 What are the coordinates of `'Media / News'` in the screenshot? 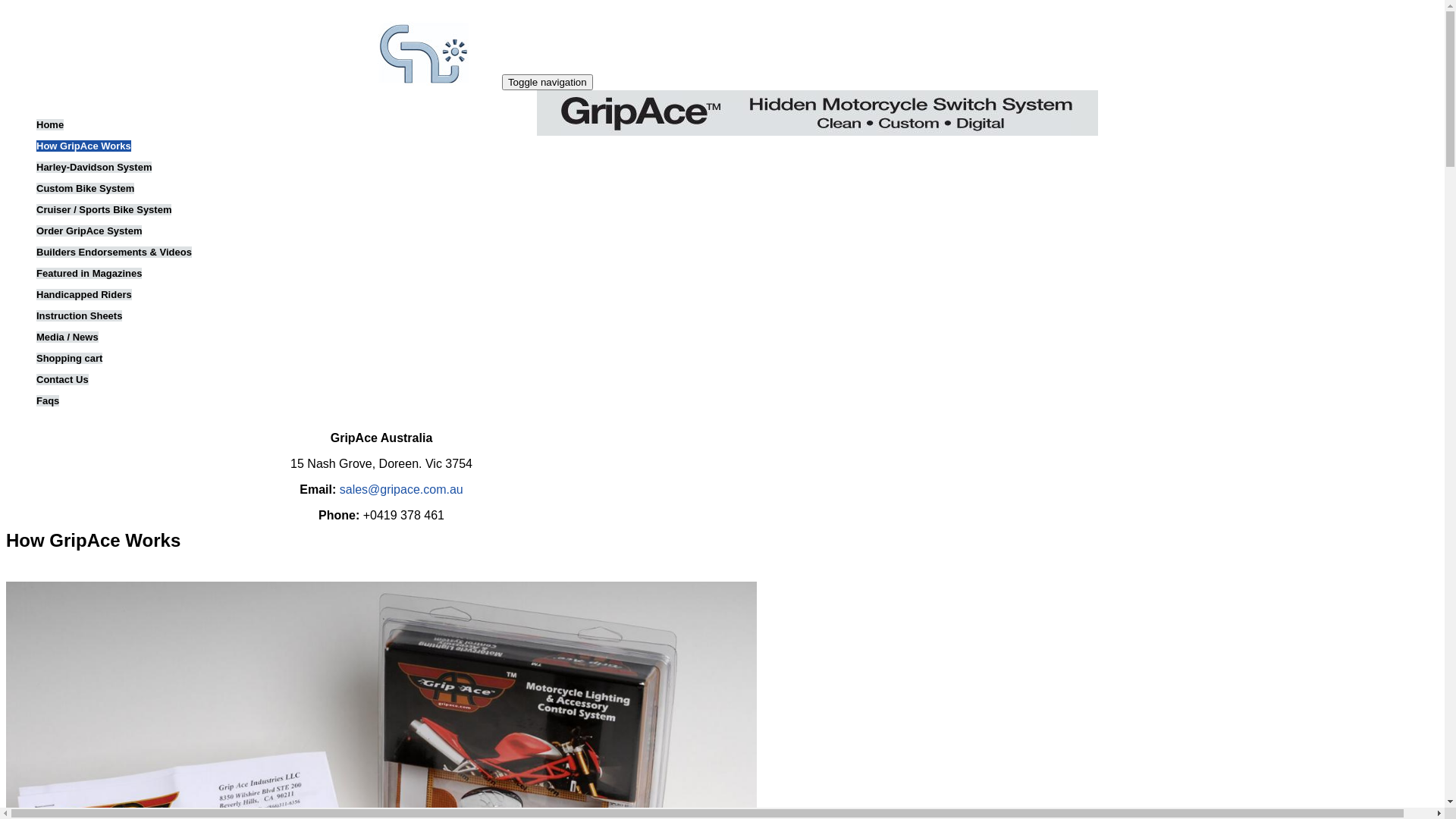 It's located at (36, 336).